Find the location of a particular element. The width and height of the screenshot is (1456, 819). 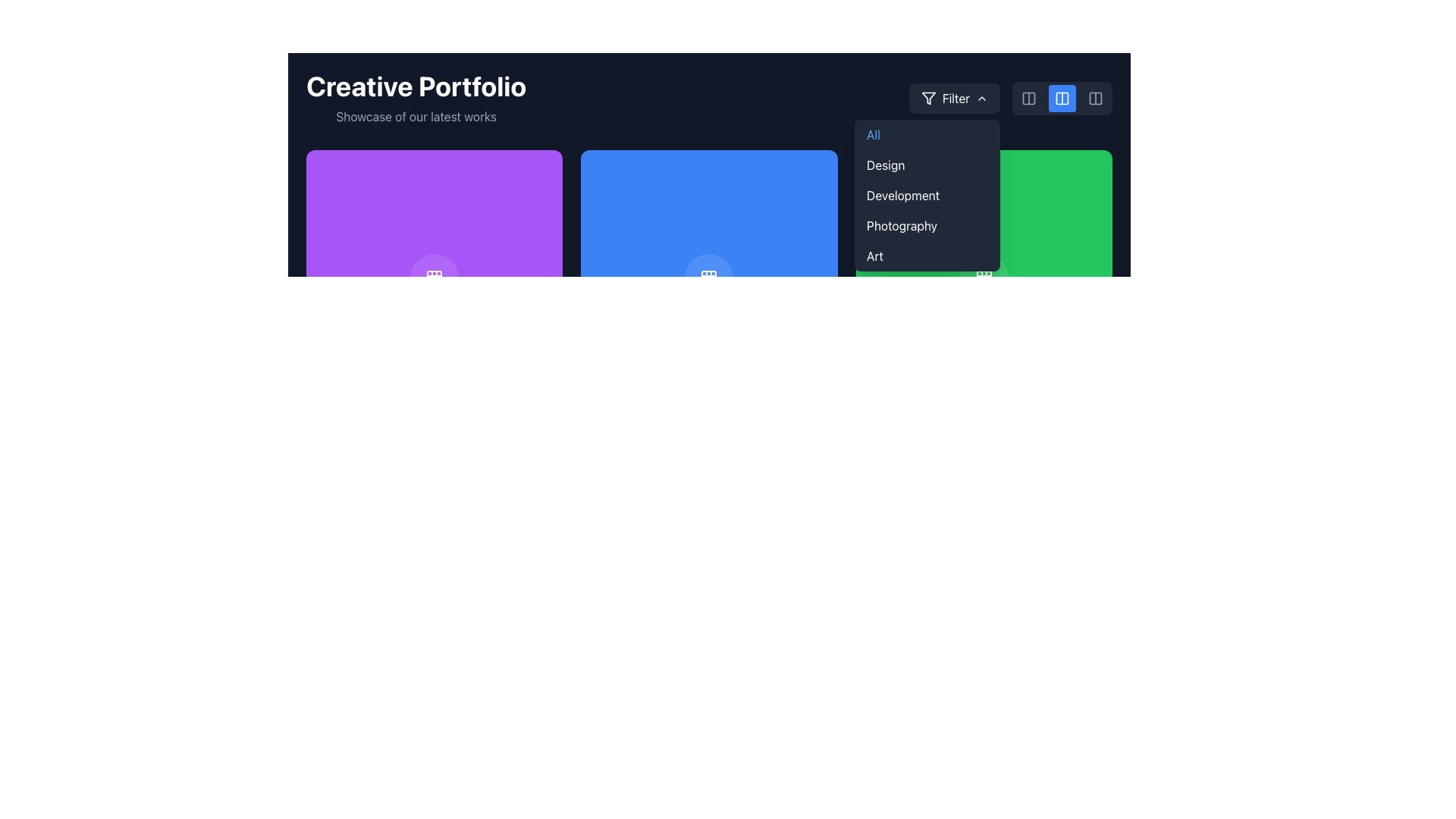

the circular button with a semi-transparent white background and a 3x3 grid-like icon in the center is located at coordinates (984, 278).